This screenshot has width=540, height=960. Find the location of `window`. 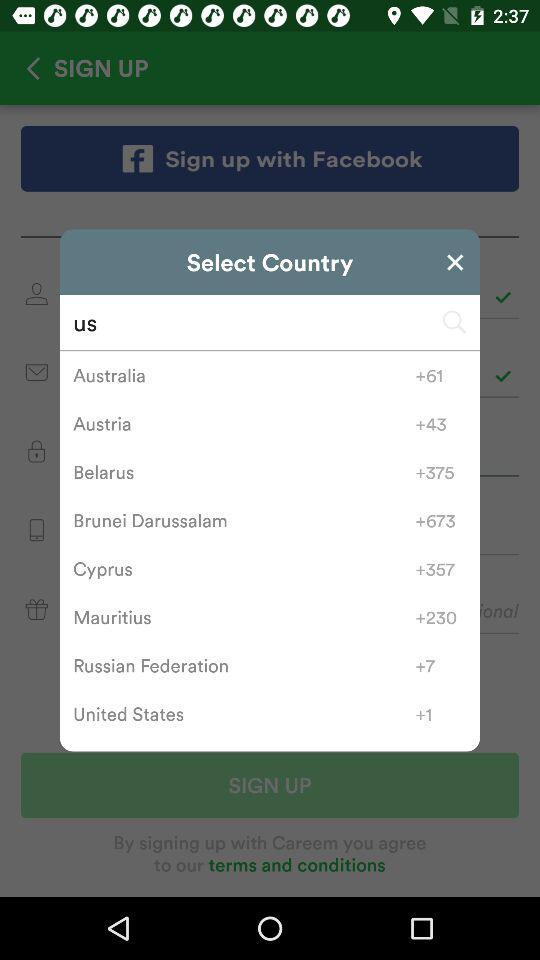

window is located at coordinates (455, 261).